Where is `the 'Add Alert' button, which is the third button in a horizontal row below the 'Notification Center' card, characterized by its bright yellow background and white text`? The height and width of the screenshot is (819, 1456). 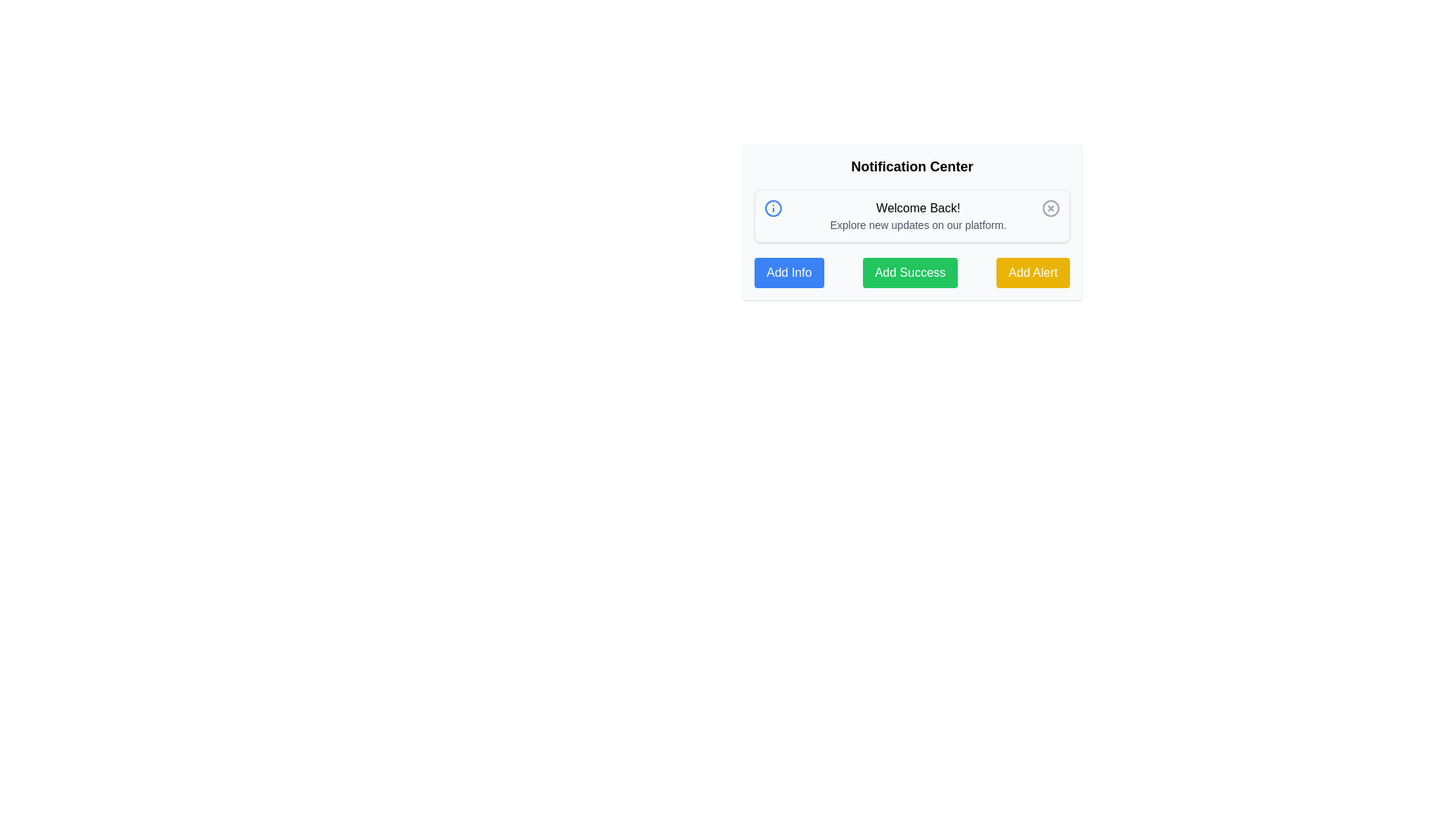
the 'Add Alert' button, which is the third button in a horizontal row below the 'Notification Center' card, characterized by its bright yellow background and white text is located at coordinates (1032, 271).